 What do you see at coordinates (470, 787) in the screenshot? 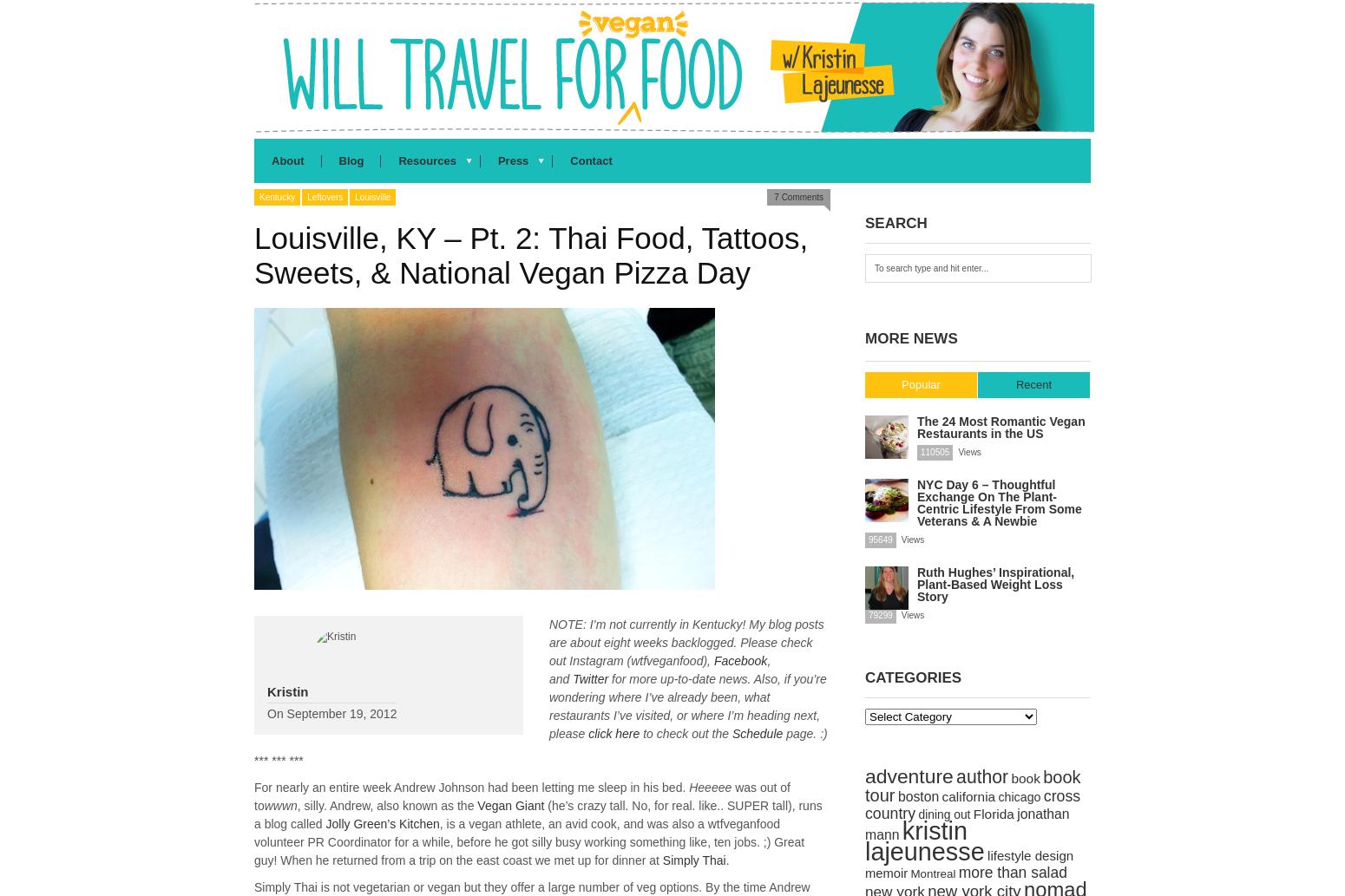
I see `'For nearly an entire week Andrew Johnson had been letting me sleep in his bed.'` at bounding box center [470, 787].